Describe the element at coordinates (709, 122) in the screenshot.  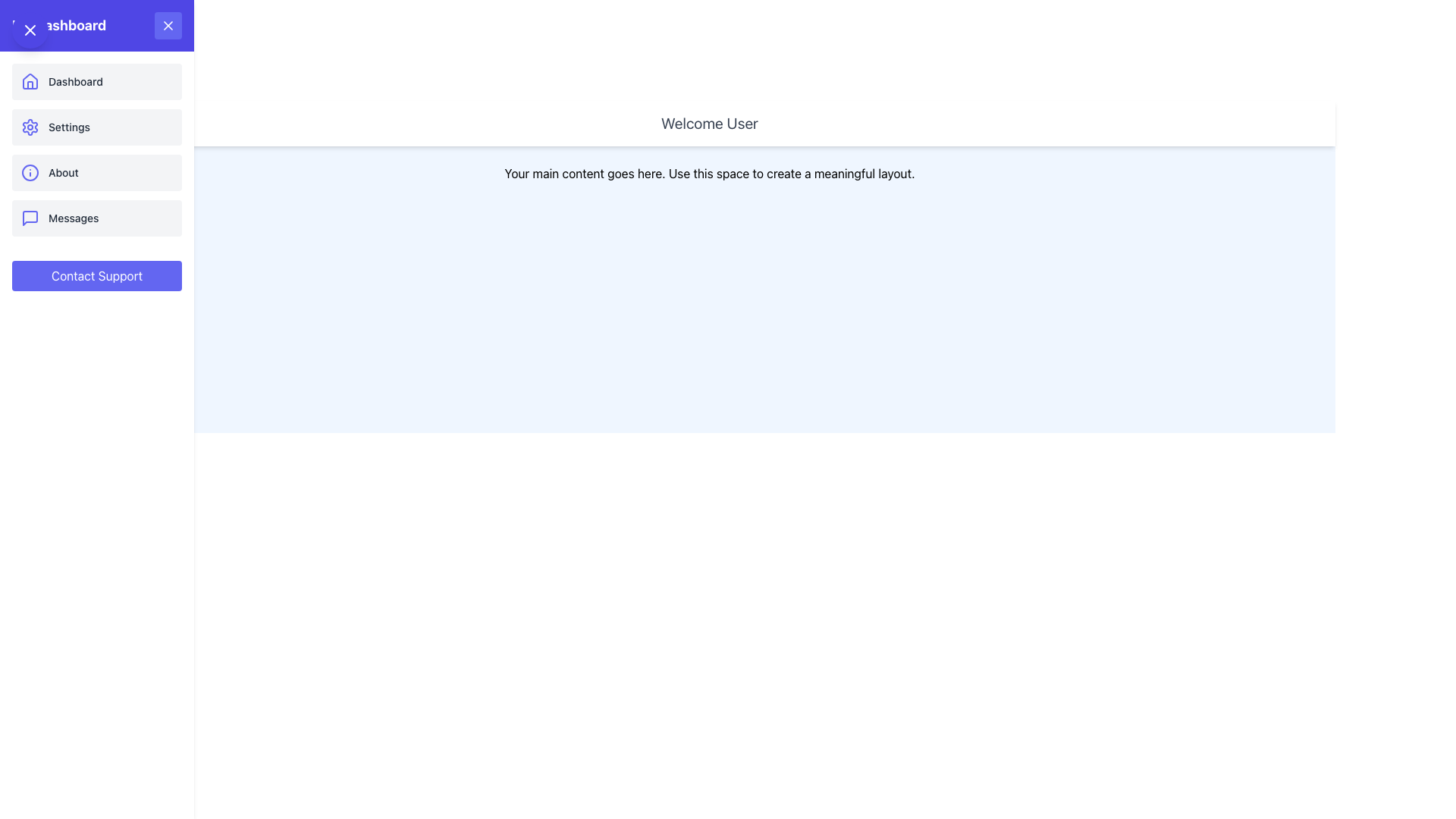
I see `the welcoming message static text located at the top center of the main content area, directly below the navigation bar` at that location.